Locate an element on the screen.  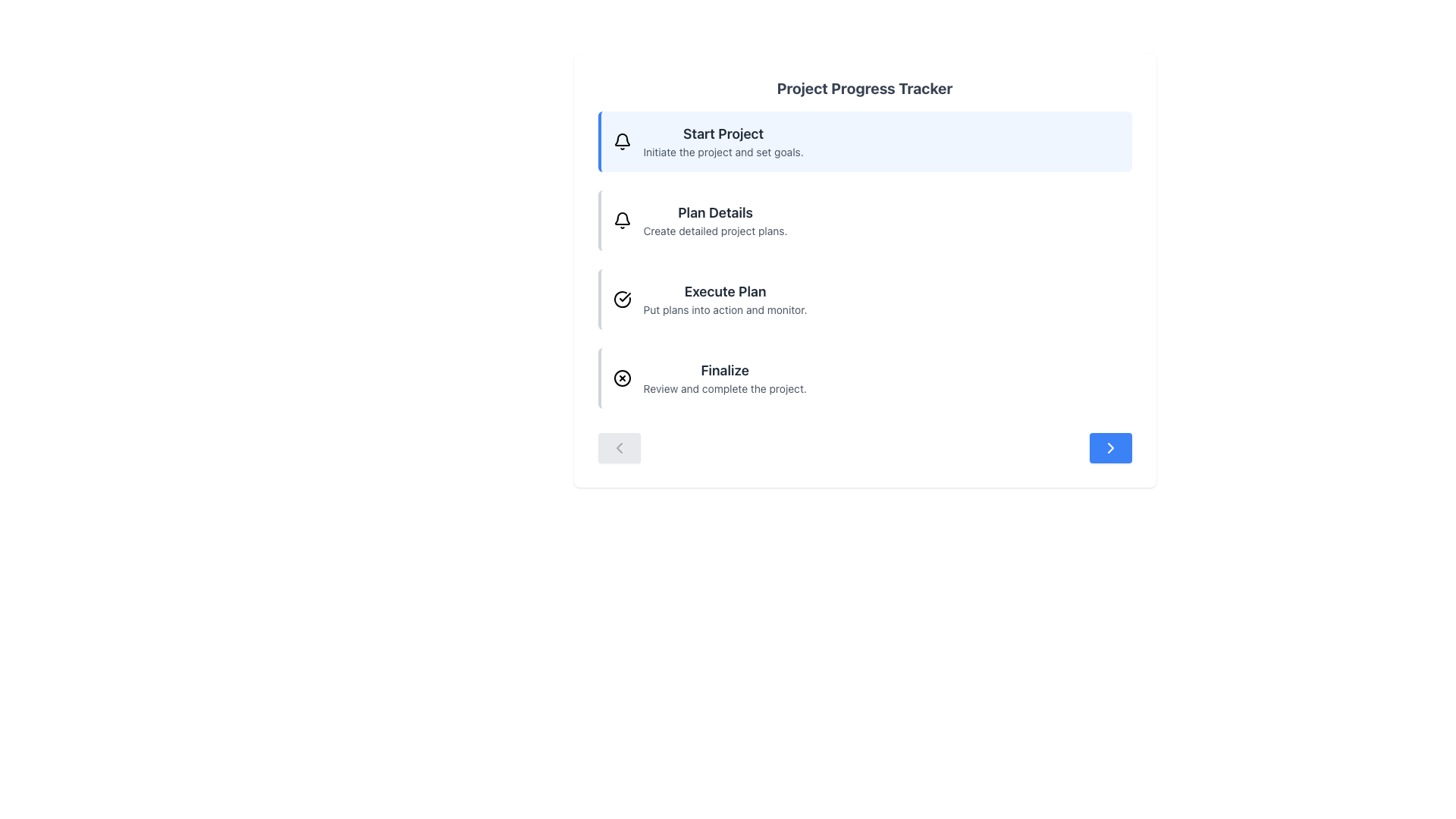
the visual indicator icon representing the completion status for the 'Finalize' step, located to the left of the 'Finalize' text in the fourth row of the list is located at coordinates (622, 377).